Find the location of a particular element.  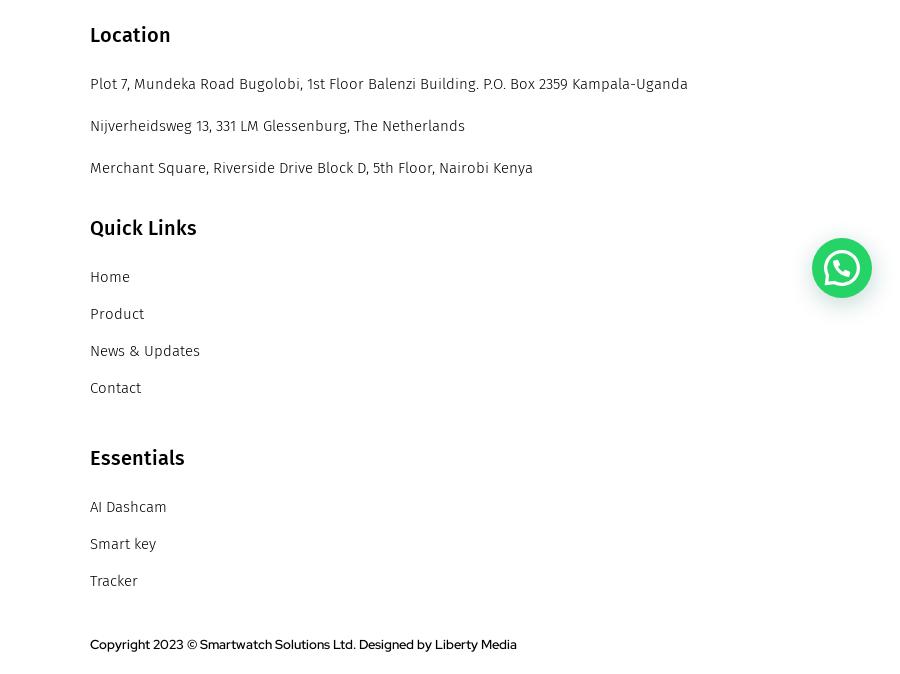

'Contact' is located at coordinates (115, 387).